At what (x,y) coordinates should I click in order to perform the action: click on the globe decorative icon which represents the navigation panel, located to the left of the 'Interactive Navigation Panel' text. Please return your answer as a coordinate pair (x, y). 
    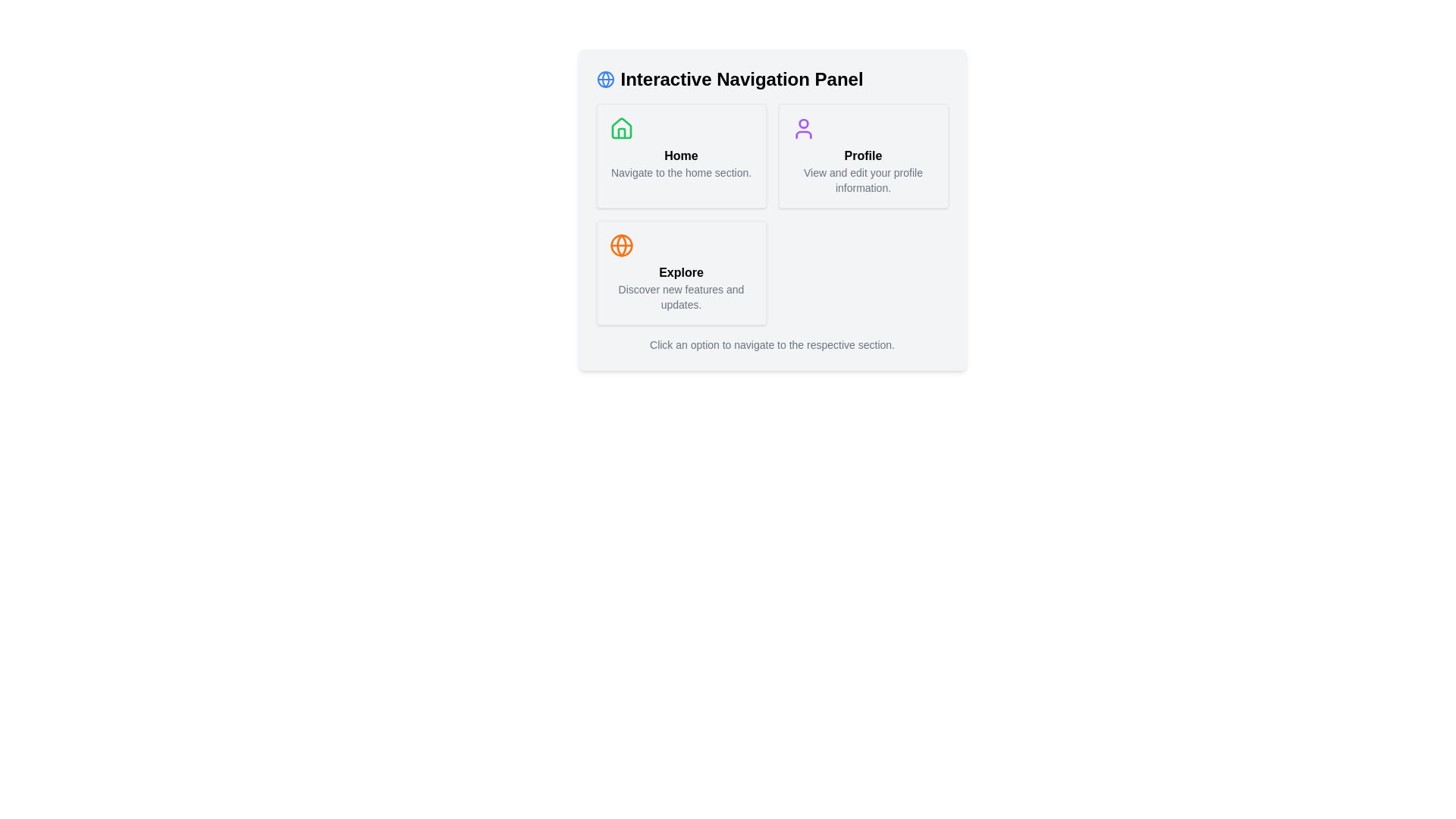
    Looking at the image, I should click on (604, 79).